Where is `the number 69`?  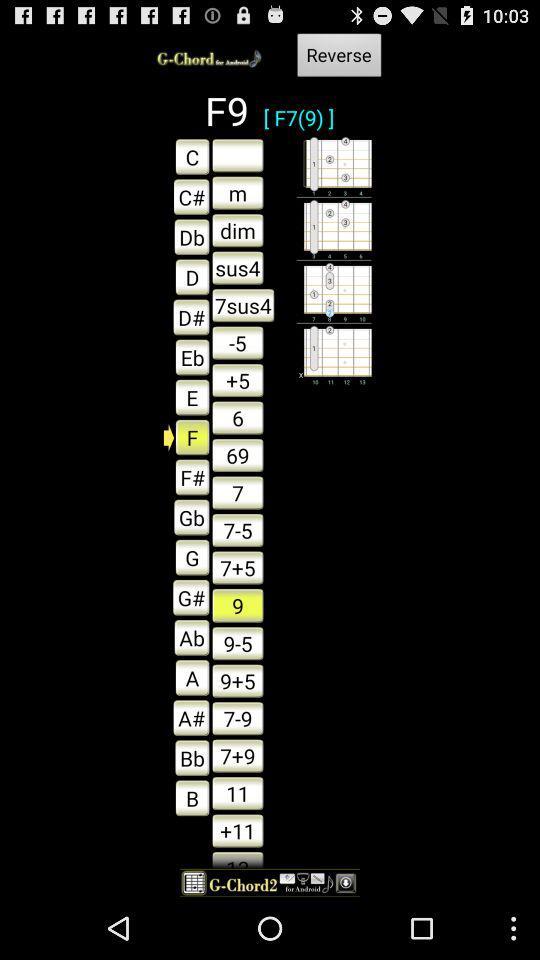 the number 69 is located at coordinates (237, 455).